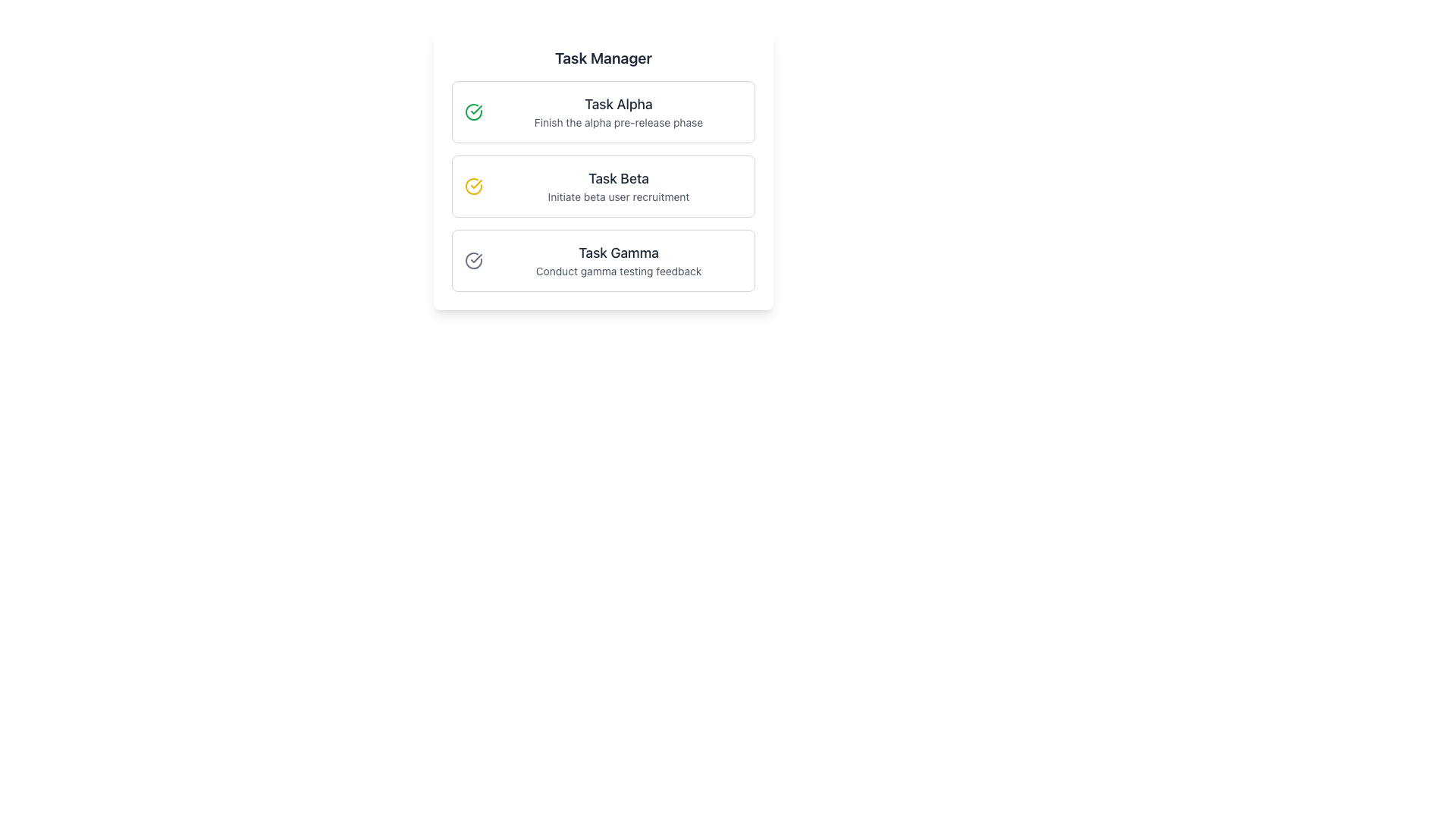  I want to click on the static text label providing additional descriptive information about 'Task Alpha', located directly beneath the 'Task Alpha' title in the first task row, so click(619, 122).